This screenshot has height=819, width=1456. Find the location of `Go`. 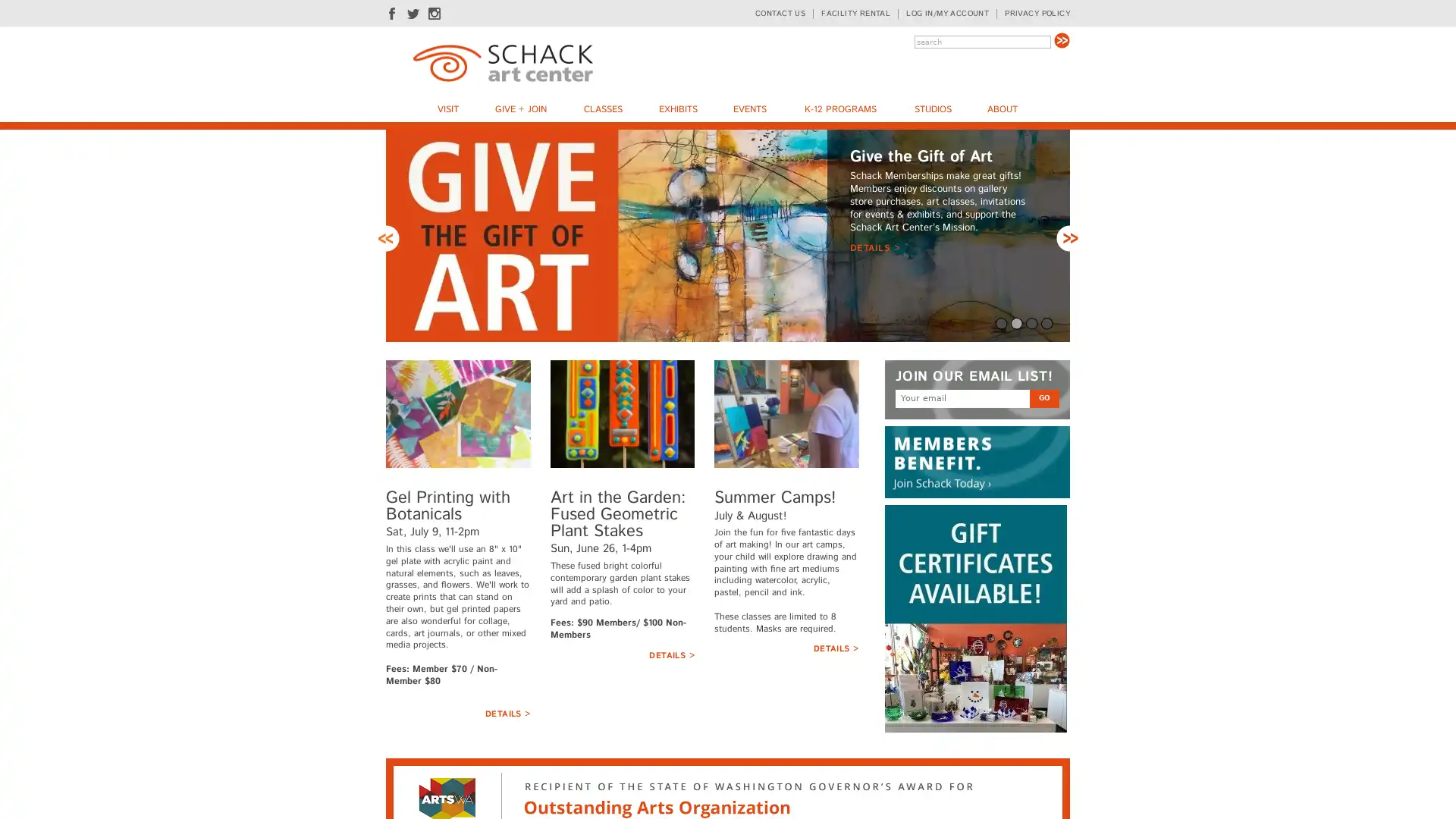

Go is located at coordinates (1061, 39).